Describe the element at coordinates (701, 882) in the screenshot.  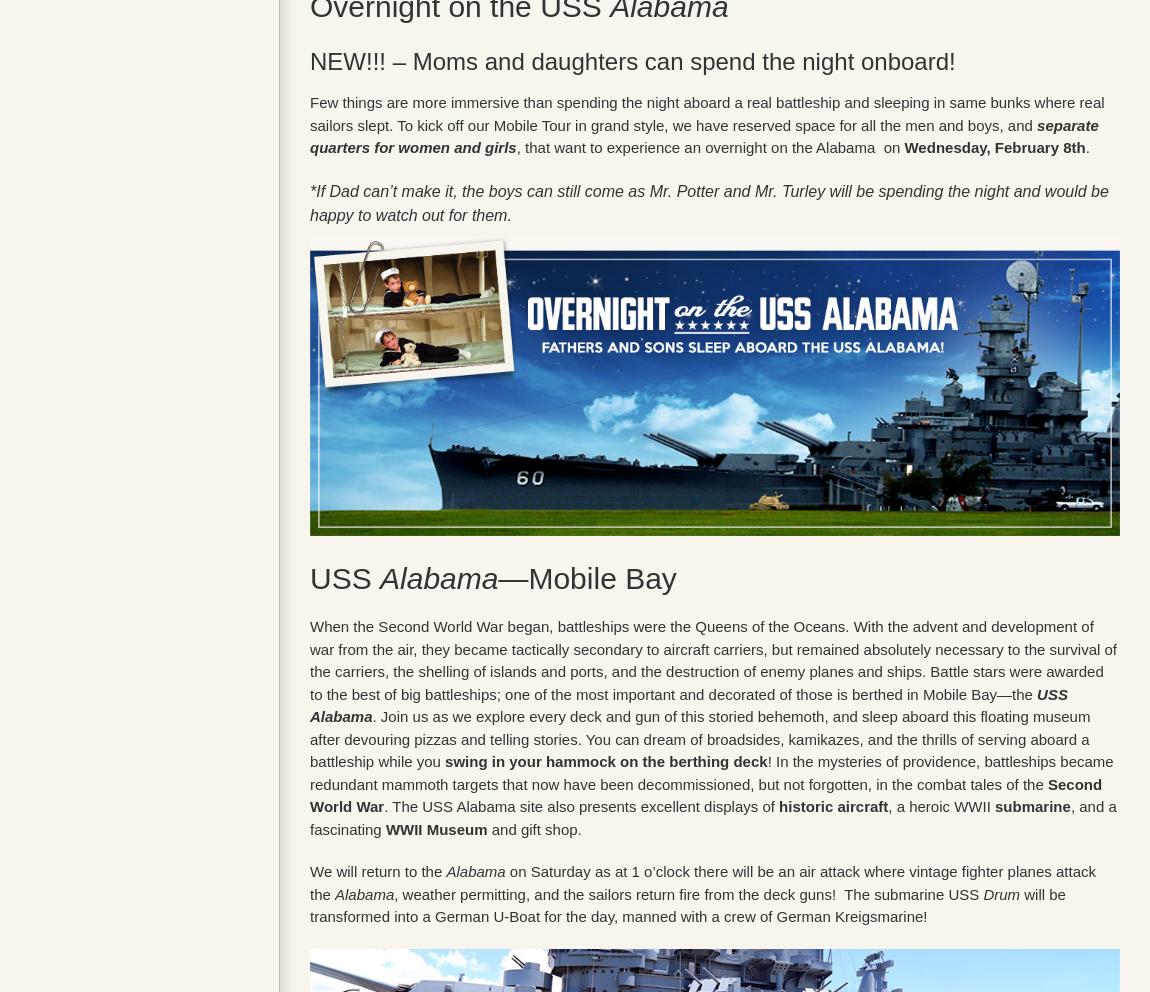
I see `'on Saturday as at 1 o’clock there will be an air attack where vintage fighter planes attack the'` at that location.